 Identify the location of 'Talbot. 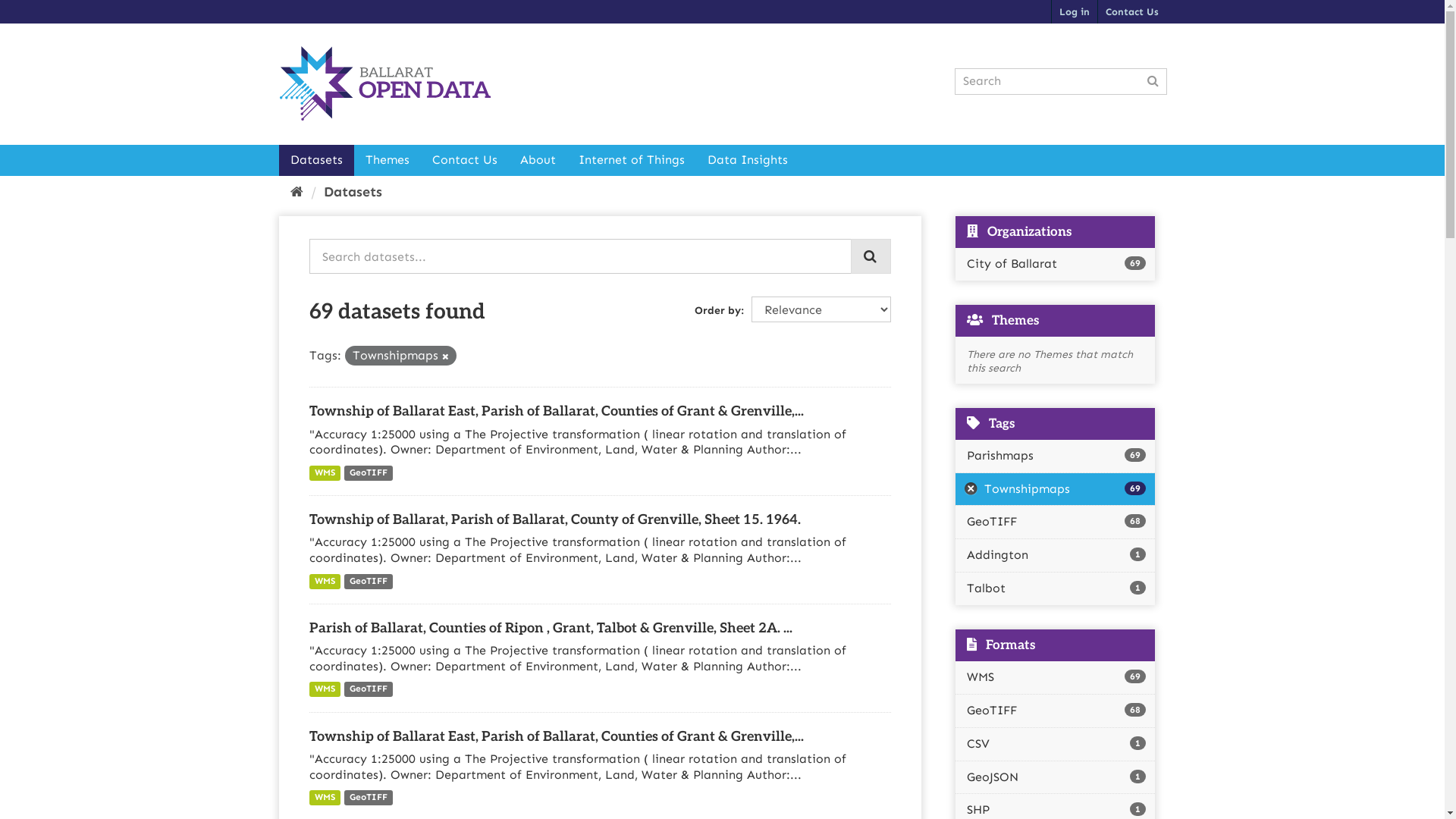
(1054, 588).